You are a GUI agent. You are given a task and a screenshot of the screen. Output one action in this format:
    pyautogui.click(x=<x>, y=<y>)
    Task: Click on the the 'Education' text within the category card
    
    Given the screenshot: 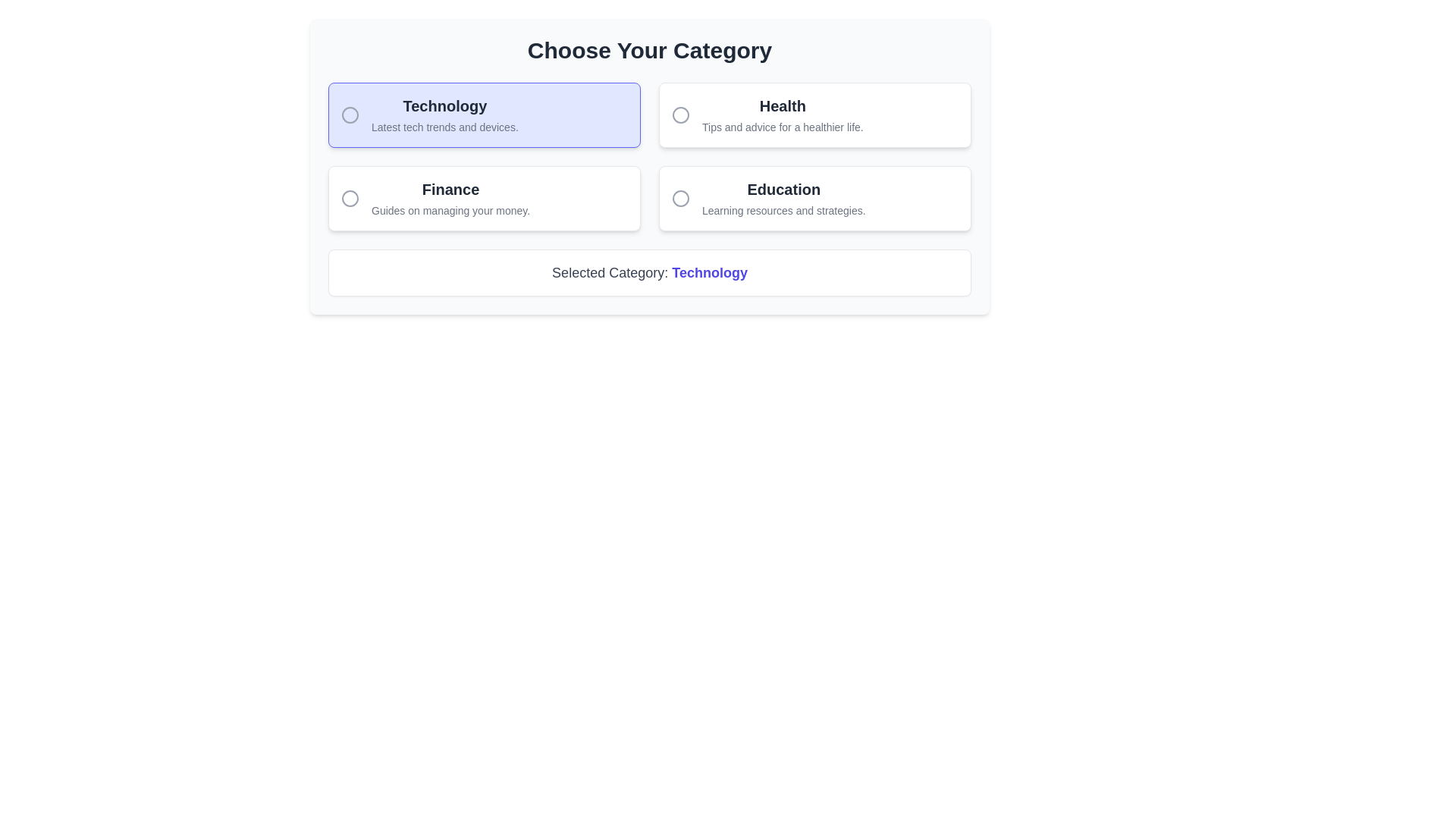 What is the action you would take?
    pyautogui.click(x=783, y=198)
    